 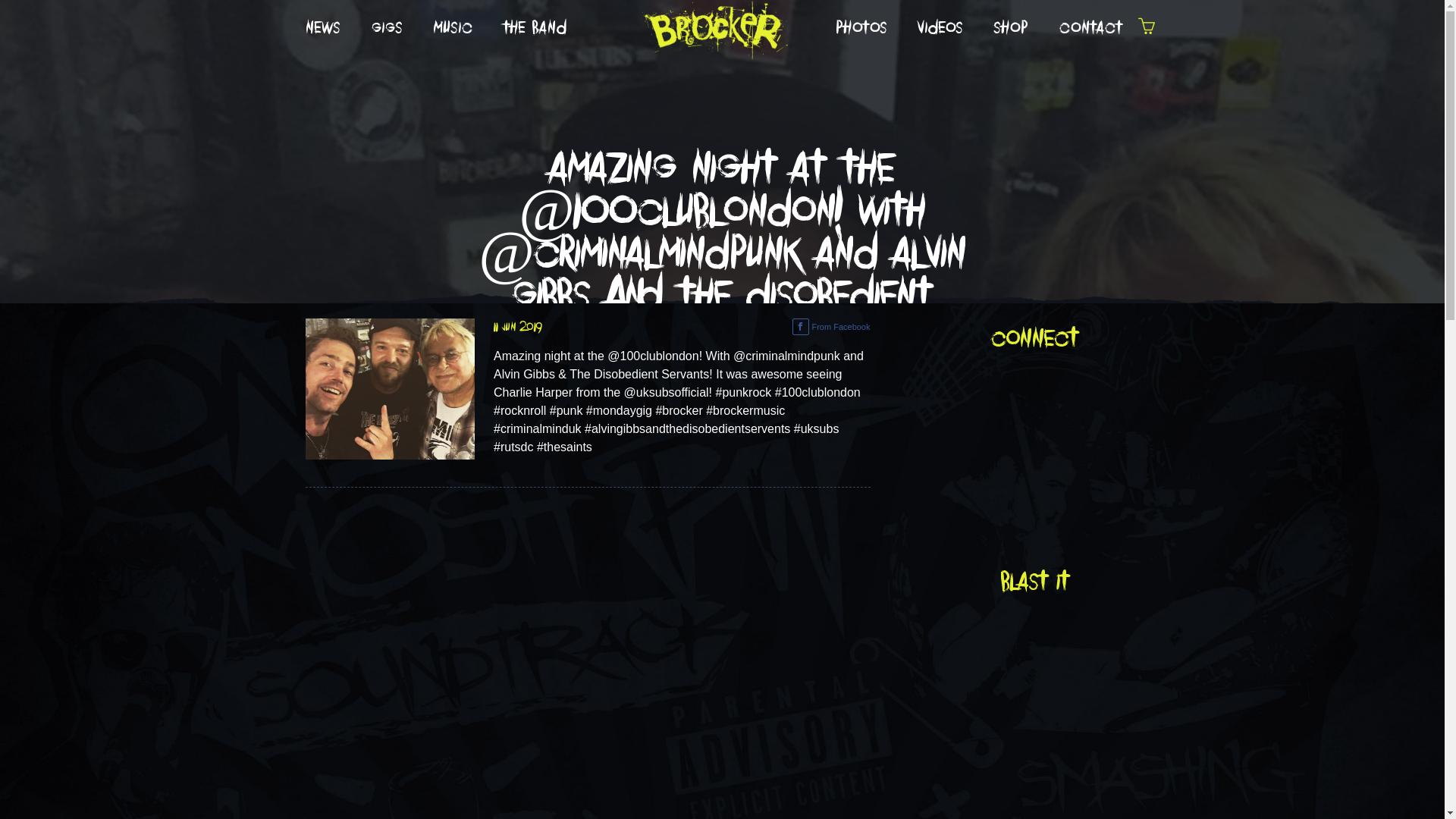 What do you see at coordinates (1090, 28) in the screenshot?
I see `'contact'` at bounding box center [1090, 28].